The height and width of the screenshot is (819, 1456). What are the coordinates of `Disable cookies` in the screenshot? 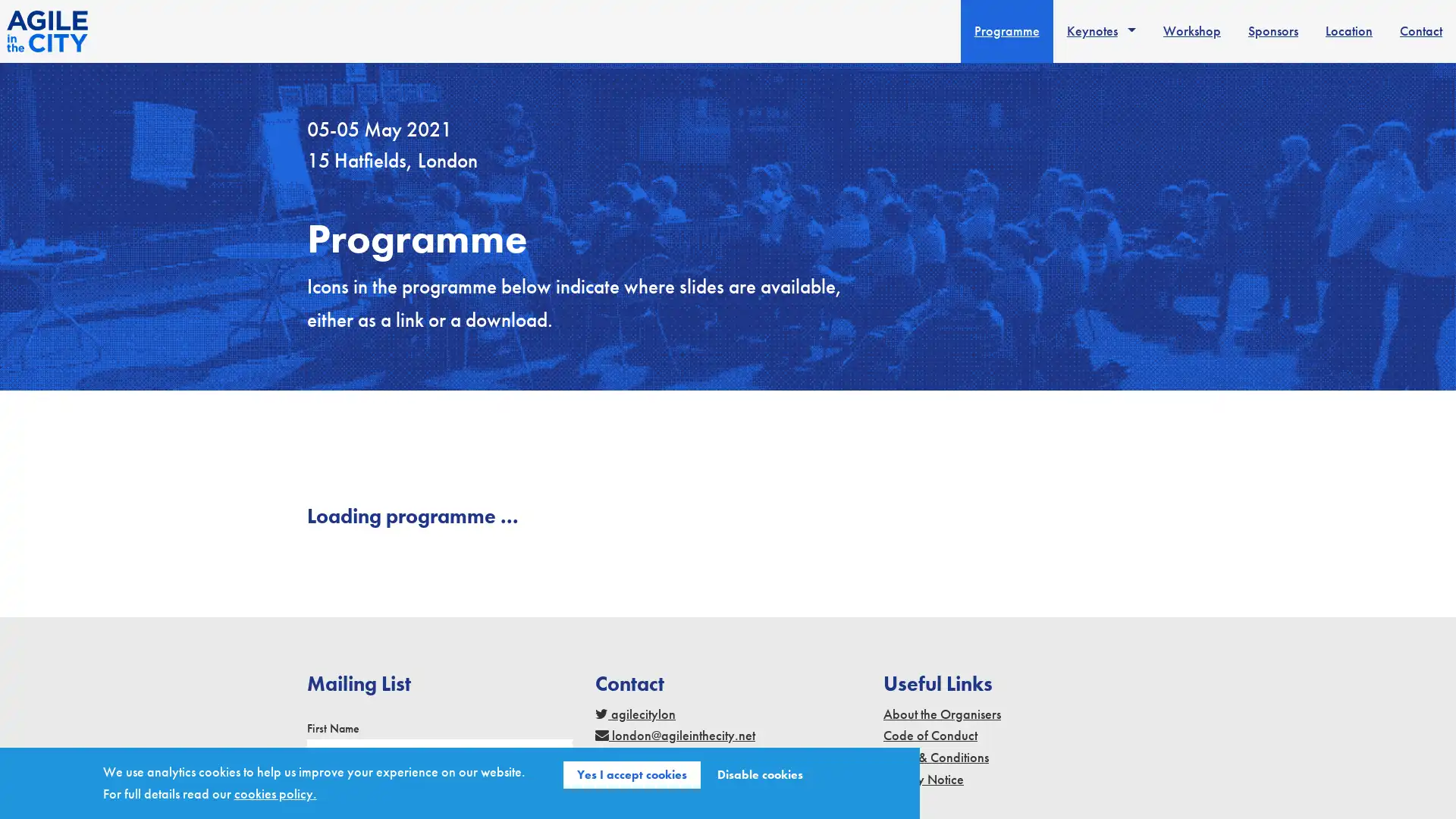 It's located at (760, 775).